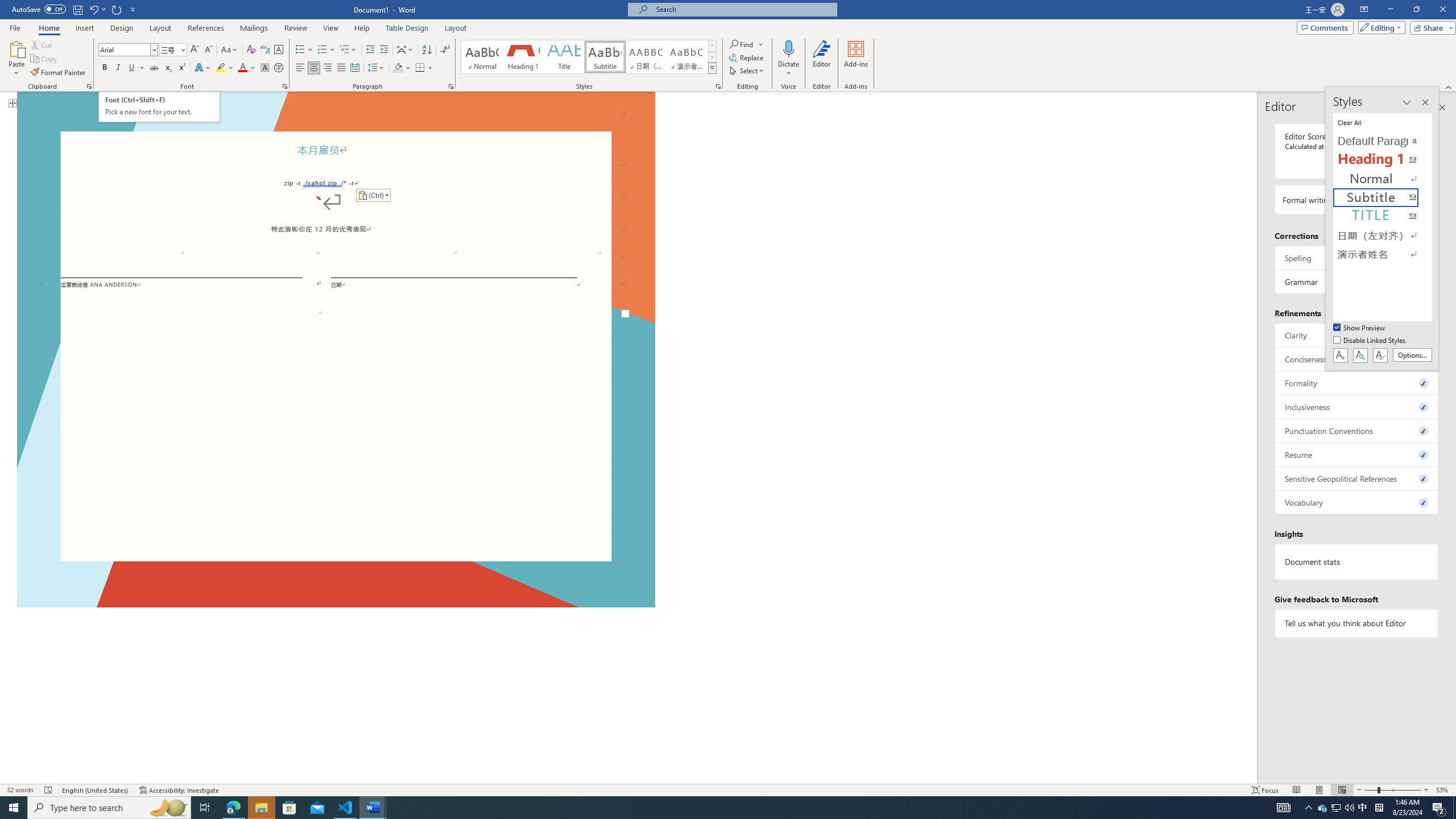 This screenshot has width=1456, height=819. Describe the element at coordinates (1356, 623) in the screenshot. I see `'Tell us what you think about Editor'` at that location.